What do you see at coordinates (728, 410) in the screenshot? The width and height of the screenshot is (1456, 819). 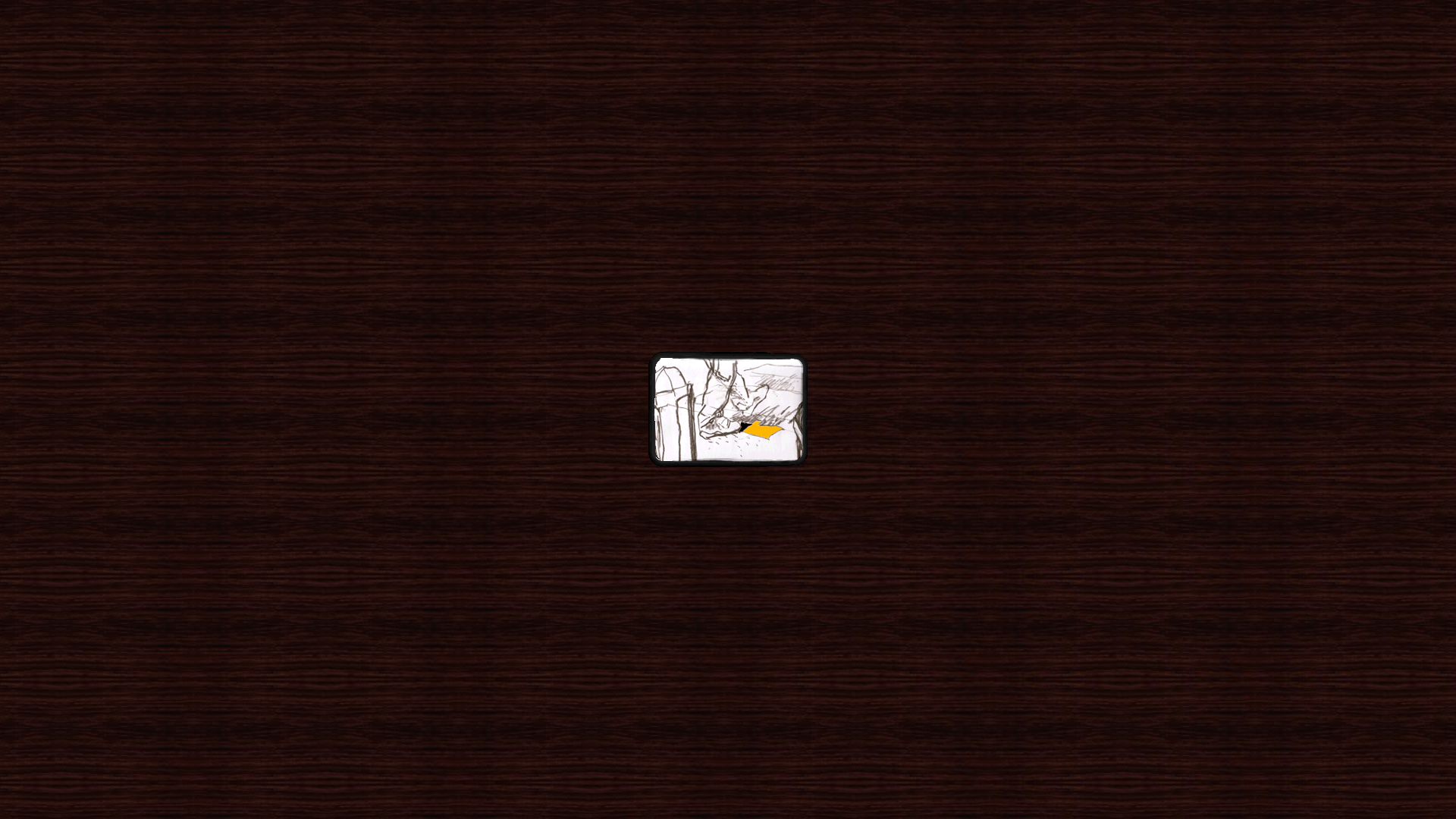 I see `'dayout'` at bounding box center [728, 410].